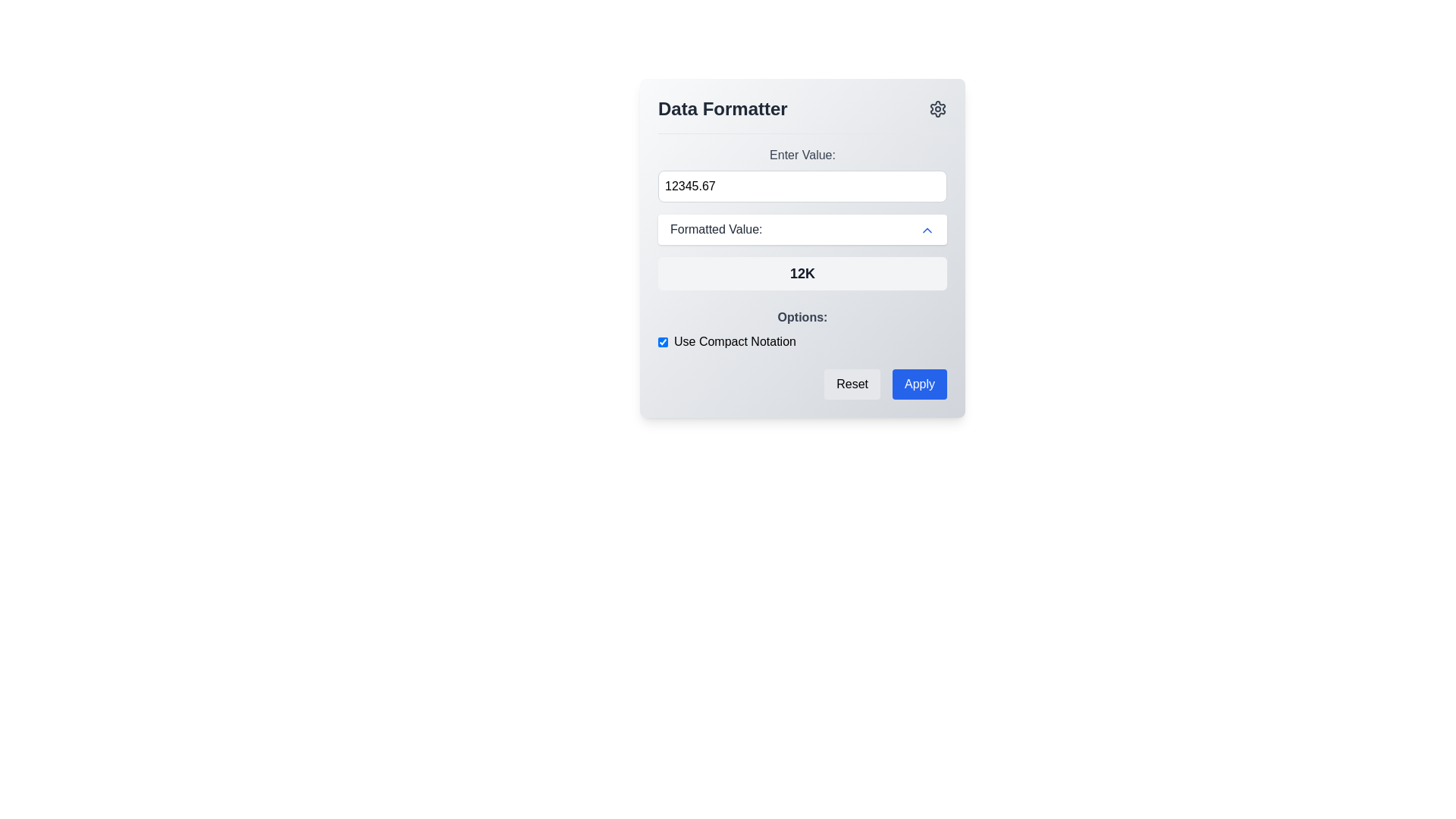 This screenshot has width=1456, height=819. What do you see at coordinates (802, 174) in the screenshot?
I see `the labeled text input field designed for numerical entry located in the upper section of the 'Data Formatter' card` at bounding box center [802, 174].